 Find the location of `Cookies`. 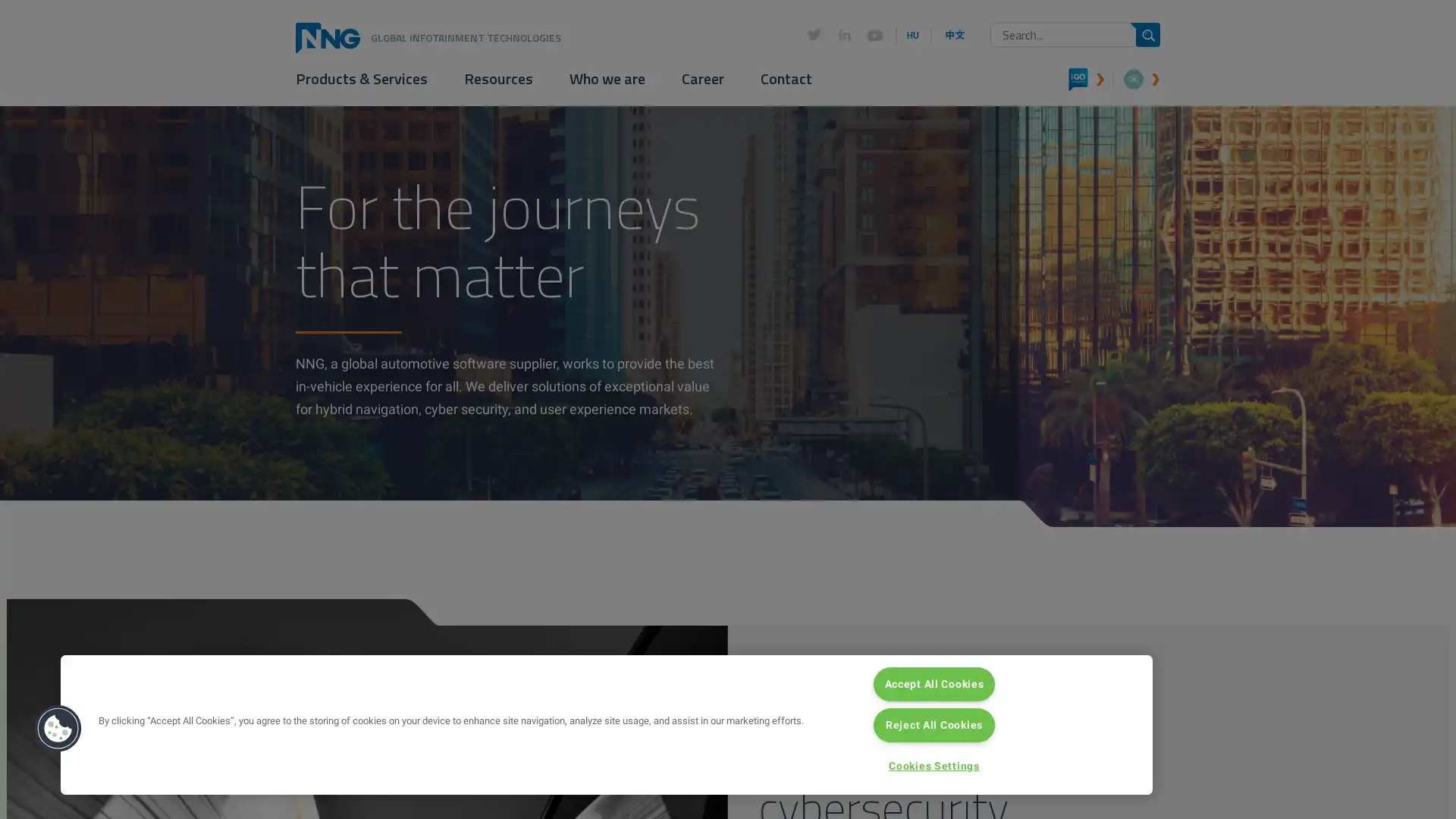

Cookies is located at coordinates (58, 727).